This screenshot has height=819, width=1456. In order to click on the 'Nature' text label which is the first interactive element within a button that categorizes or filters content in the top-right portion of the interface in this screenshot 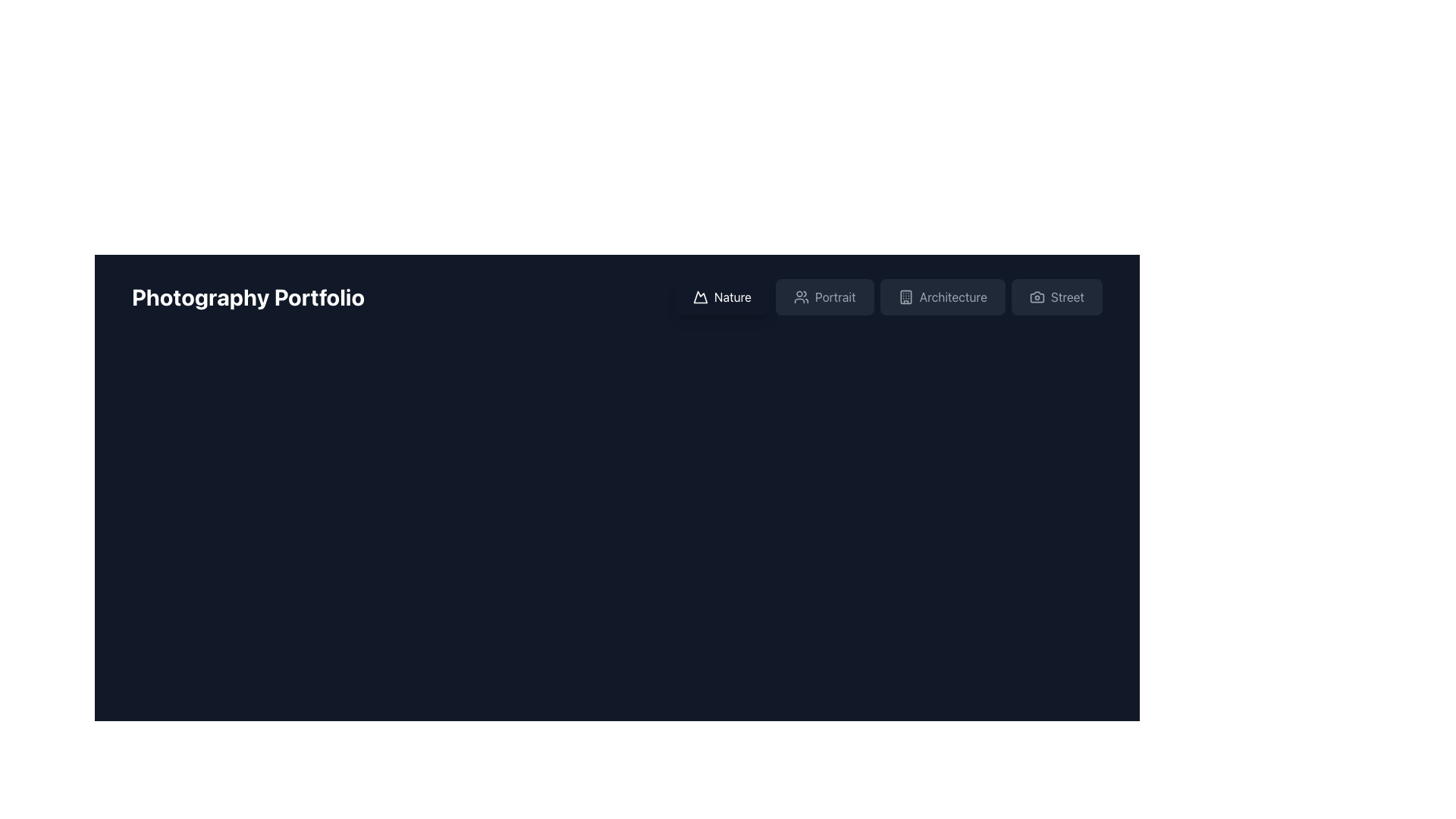, I will do `click(733, 297)`.